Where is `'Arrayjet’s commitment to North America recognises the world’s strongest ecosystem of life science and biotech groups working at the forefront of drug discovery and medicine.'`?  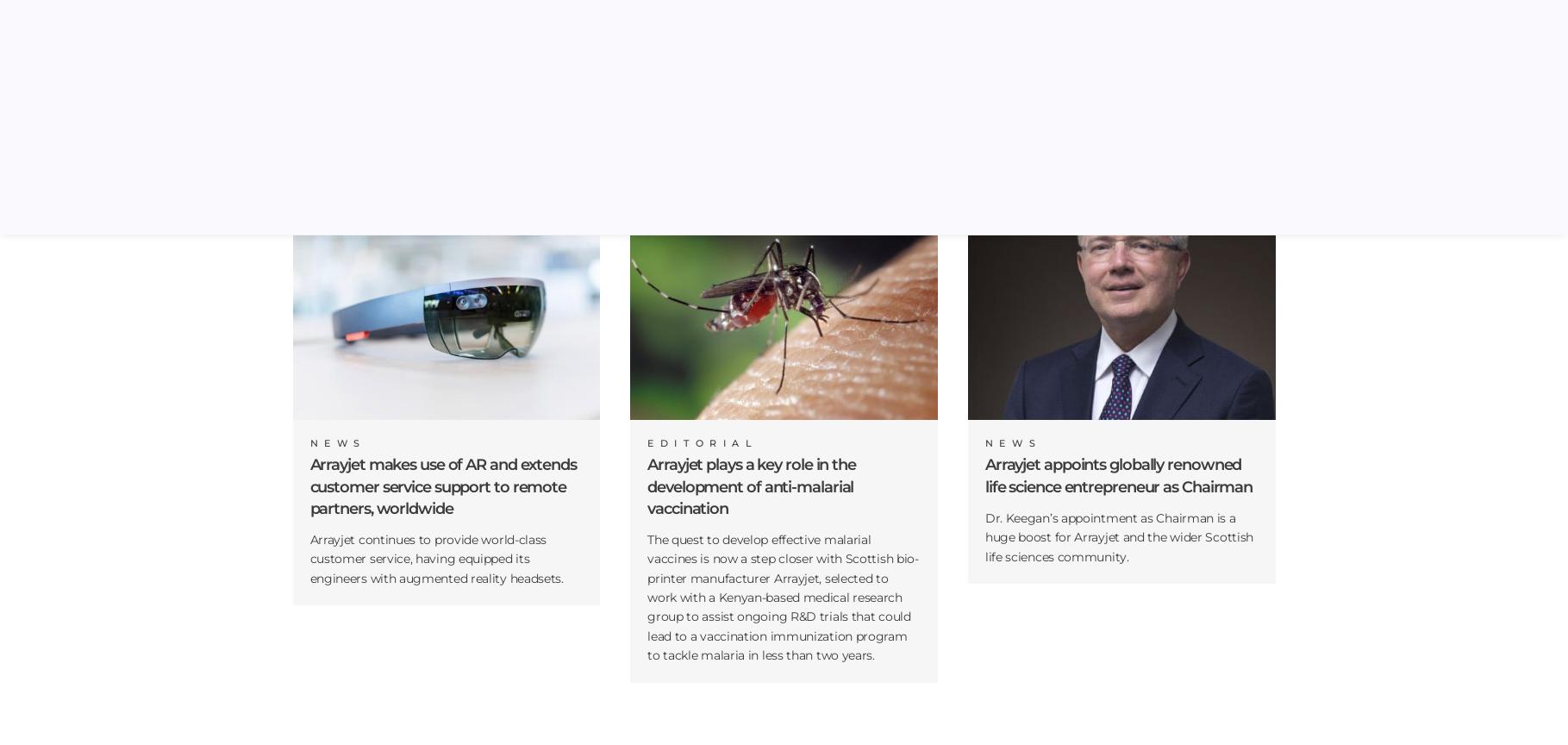 'Arrayjet’s commitment to North America recognises the world’s strongest ecosystem of life science and biotech groups working at the forefront of drug discovery and medicine.' is located at coordinates (445, 126).